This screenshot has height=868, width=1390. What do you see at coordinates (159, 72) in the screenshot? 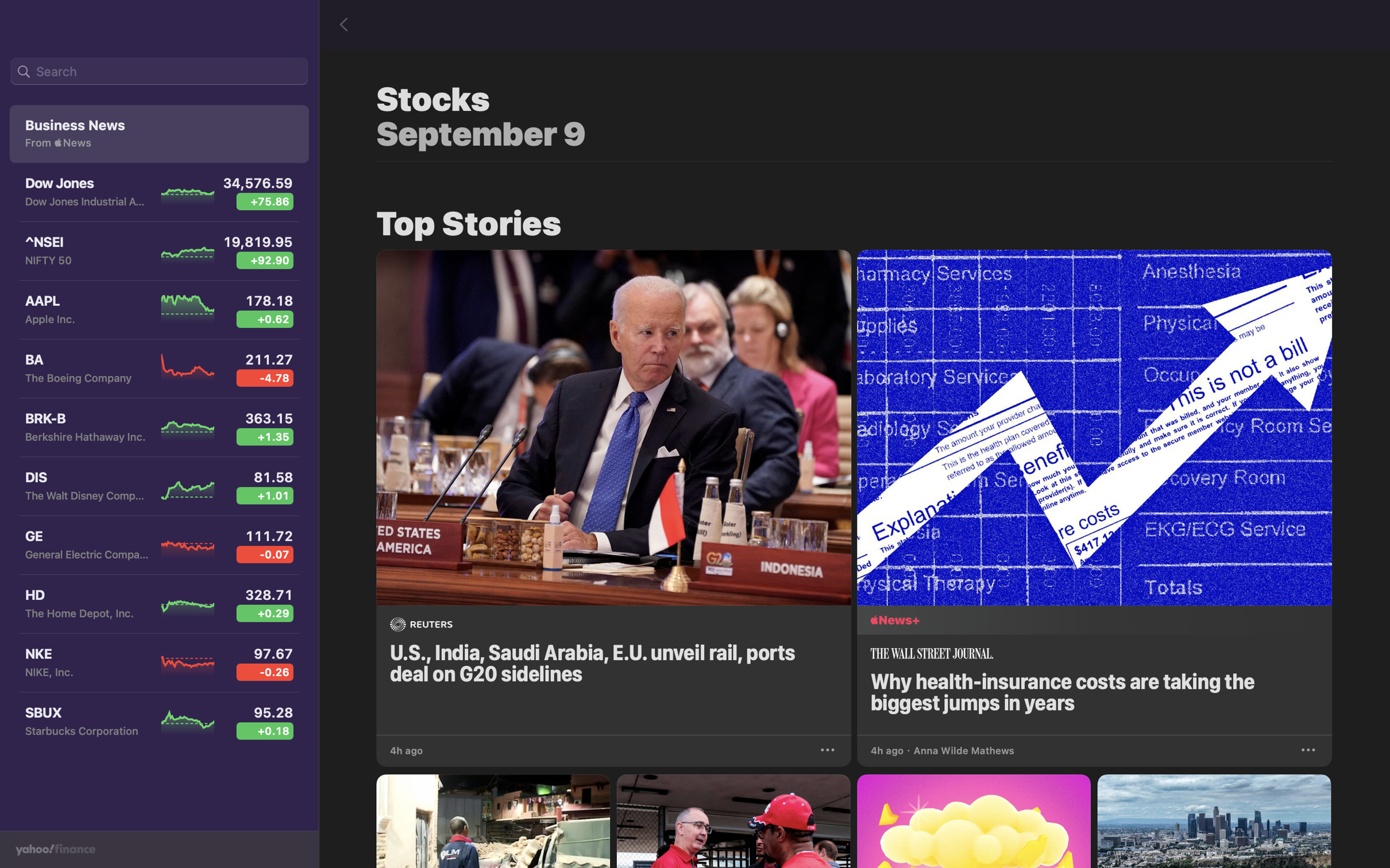
I see `Use the top left search bar to find "Apple Inc" company"s stock data` at bounding box center [159, 72].